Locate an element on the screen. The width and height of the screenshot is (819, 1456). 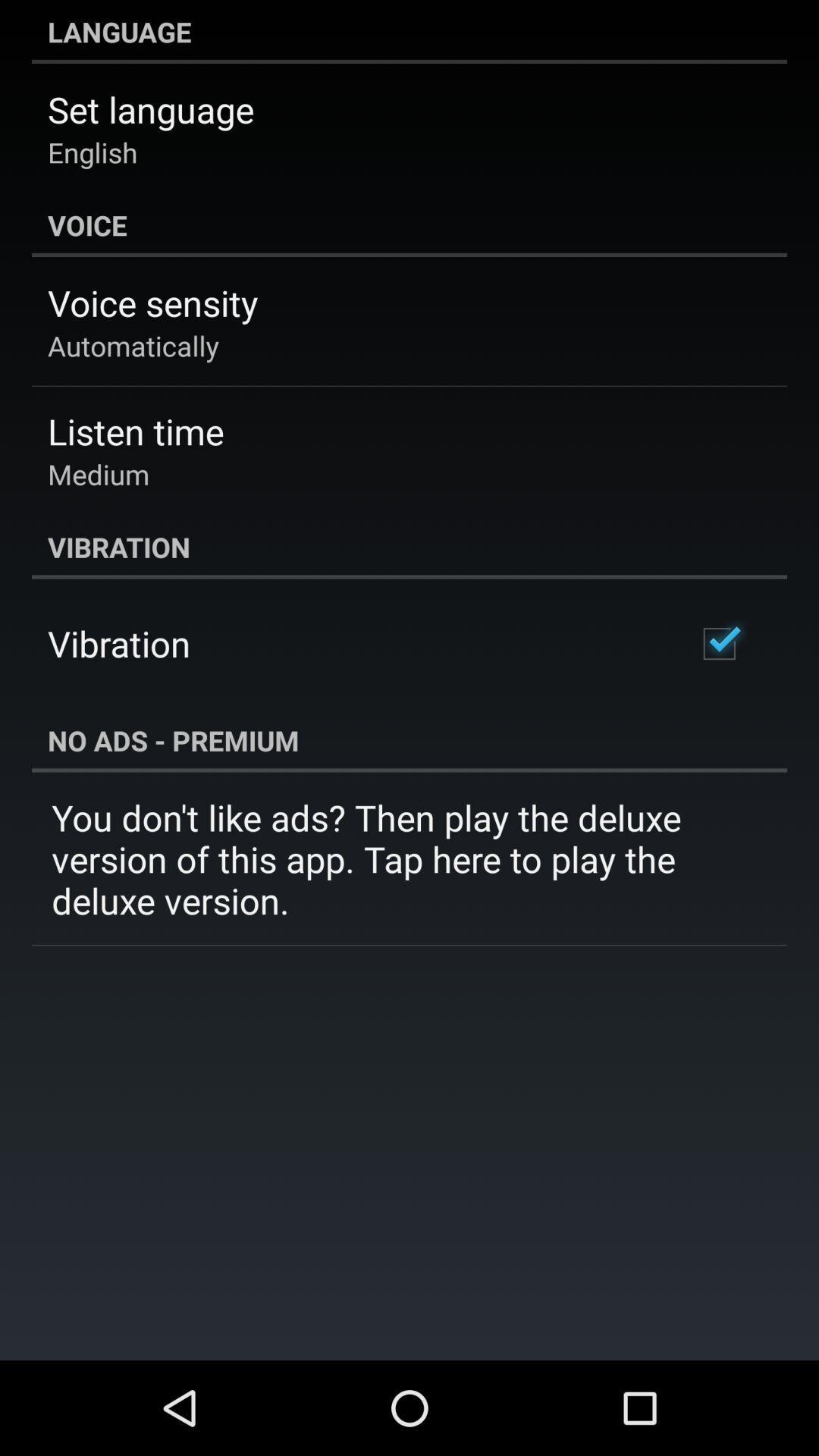
the item on the right is located at coordinates (718, 644).